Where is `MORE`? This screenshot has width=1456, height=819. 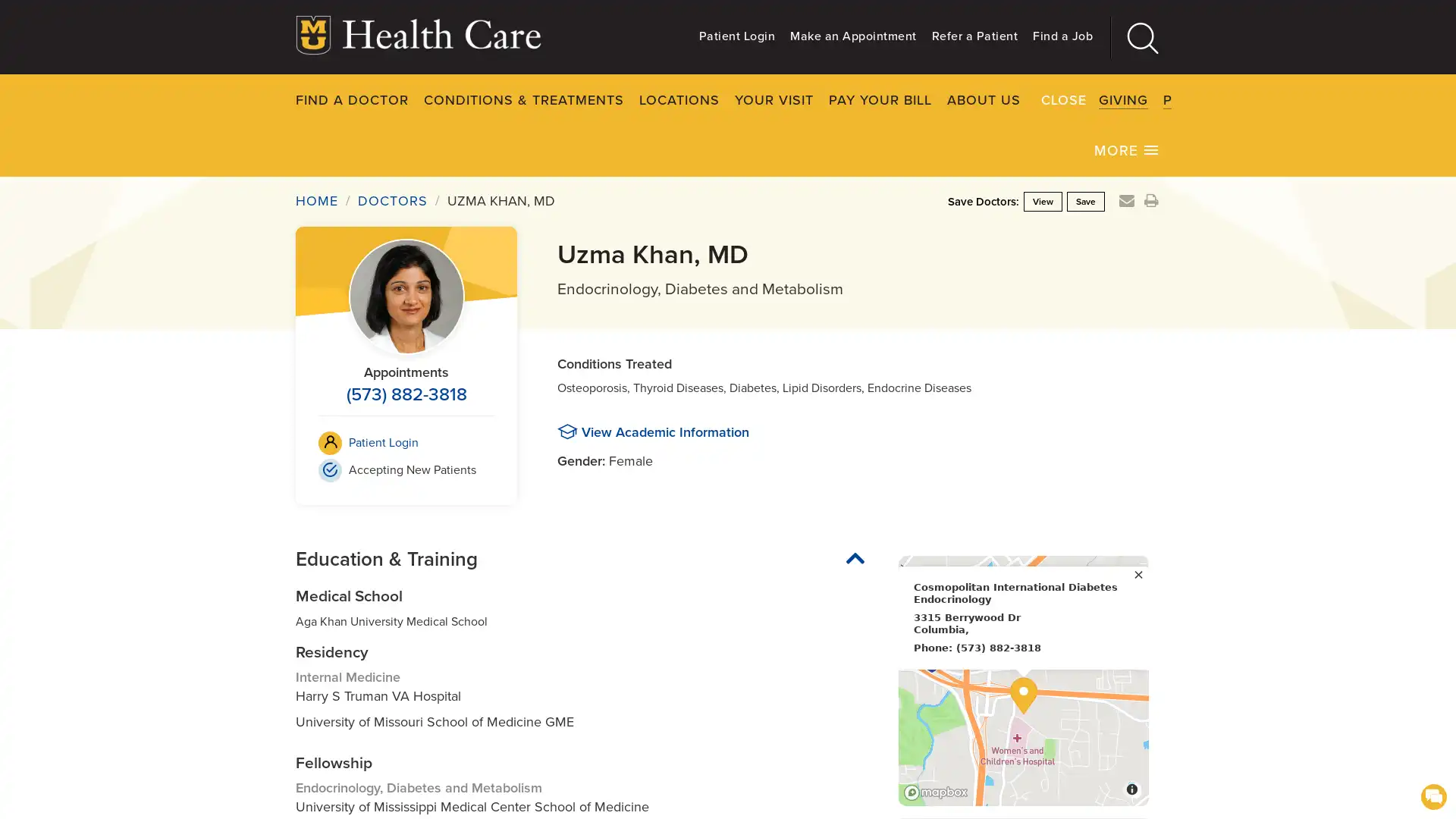 MORE is located at coordinates (1127, 149).